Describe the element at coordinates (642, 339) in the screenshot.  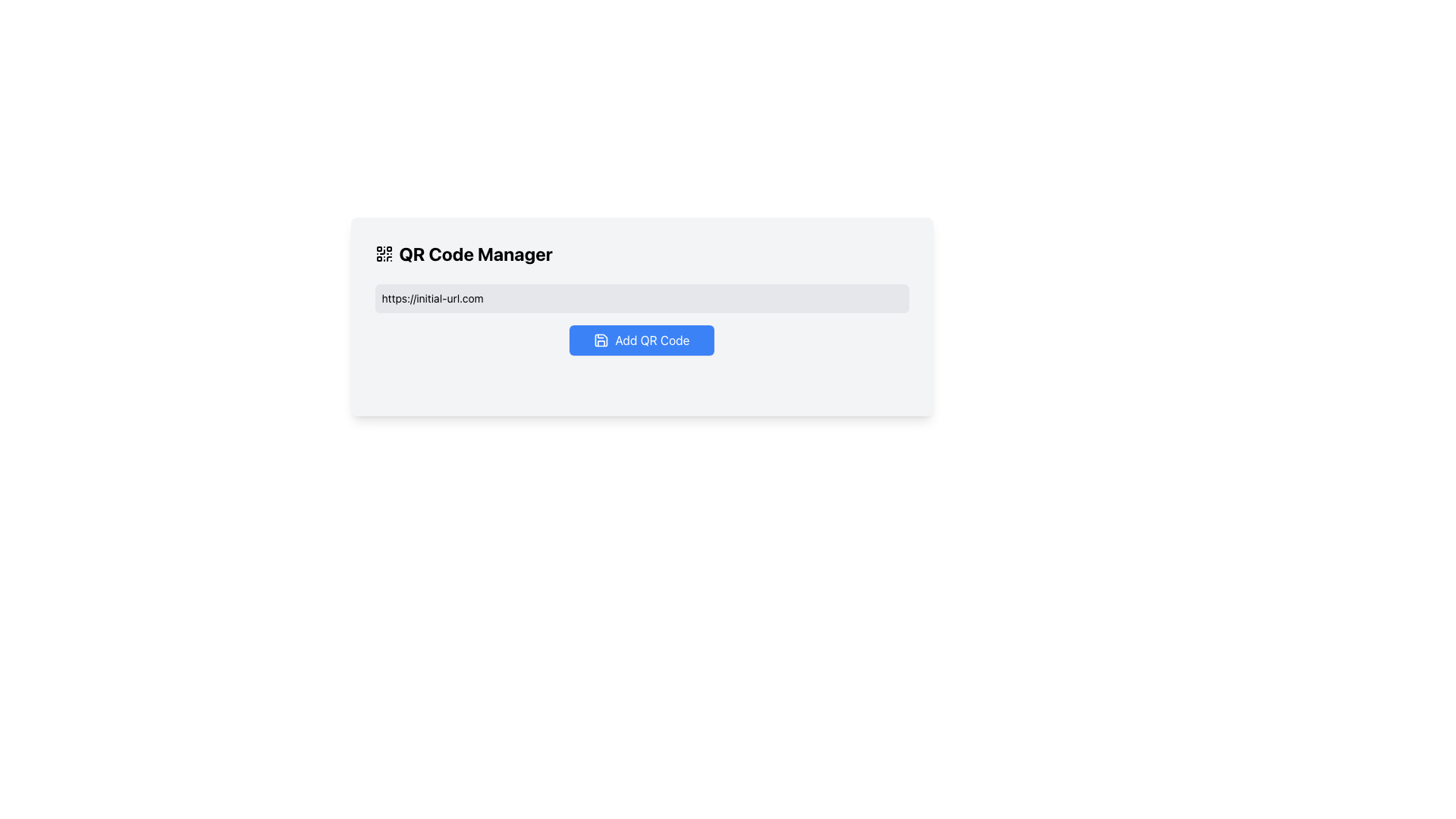
I see `the button that allows users to add a QR code, changing its visual style` at that location.